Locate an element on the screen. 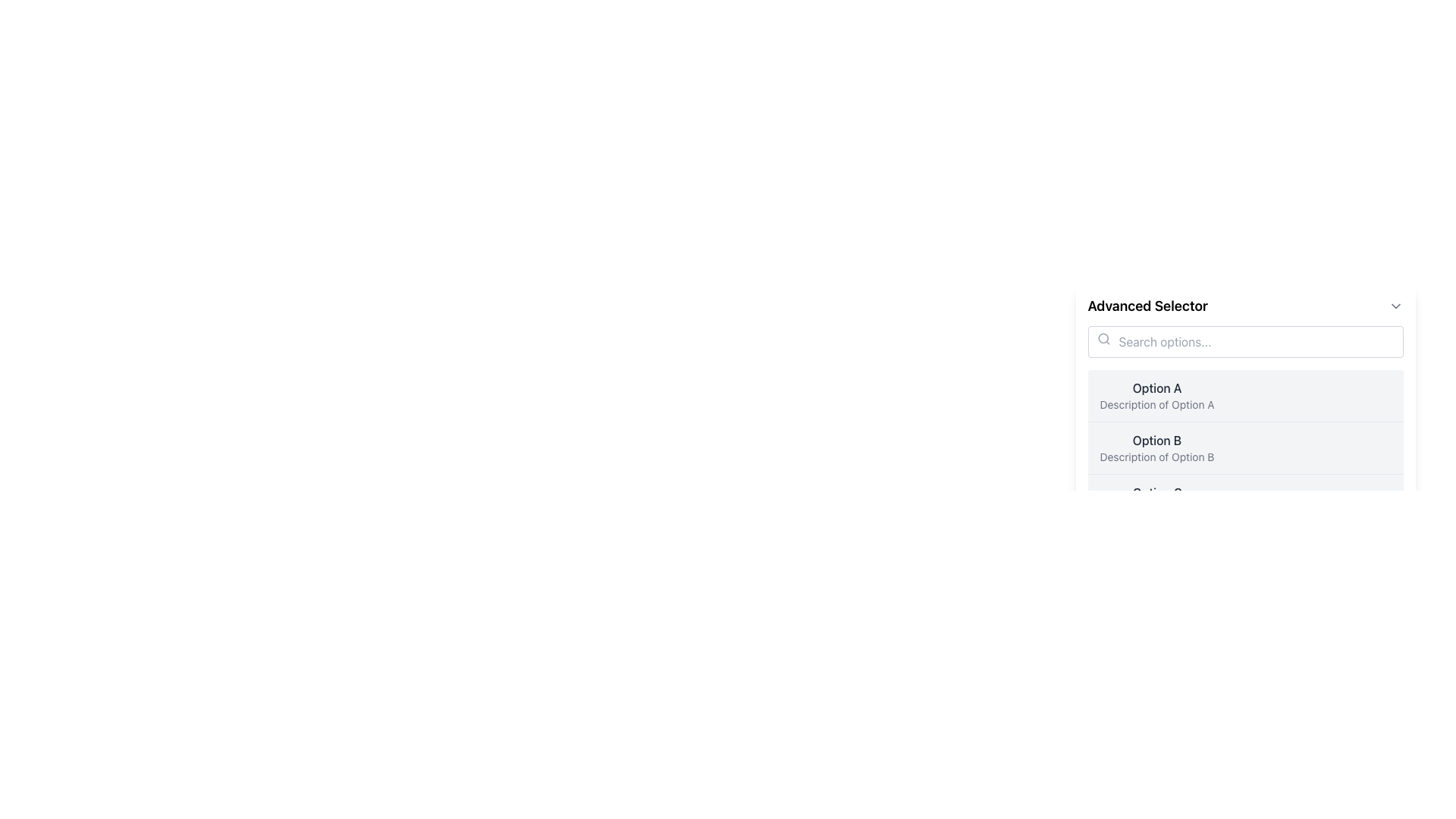  the second selectable option labeled 'Option B' in the Advanced Selector list is located at coordinates (1245, 447).